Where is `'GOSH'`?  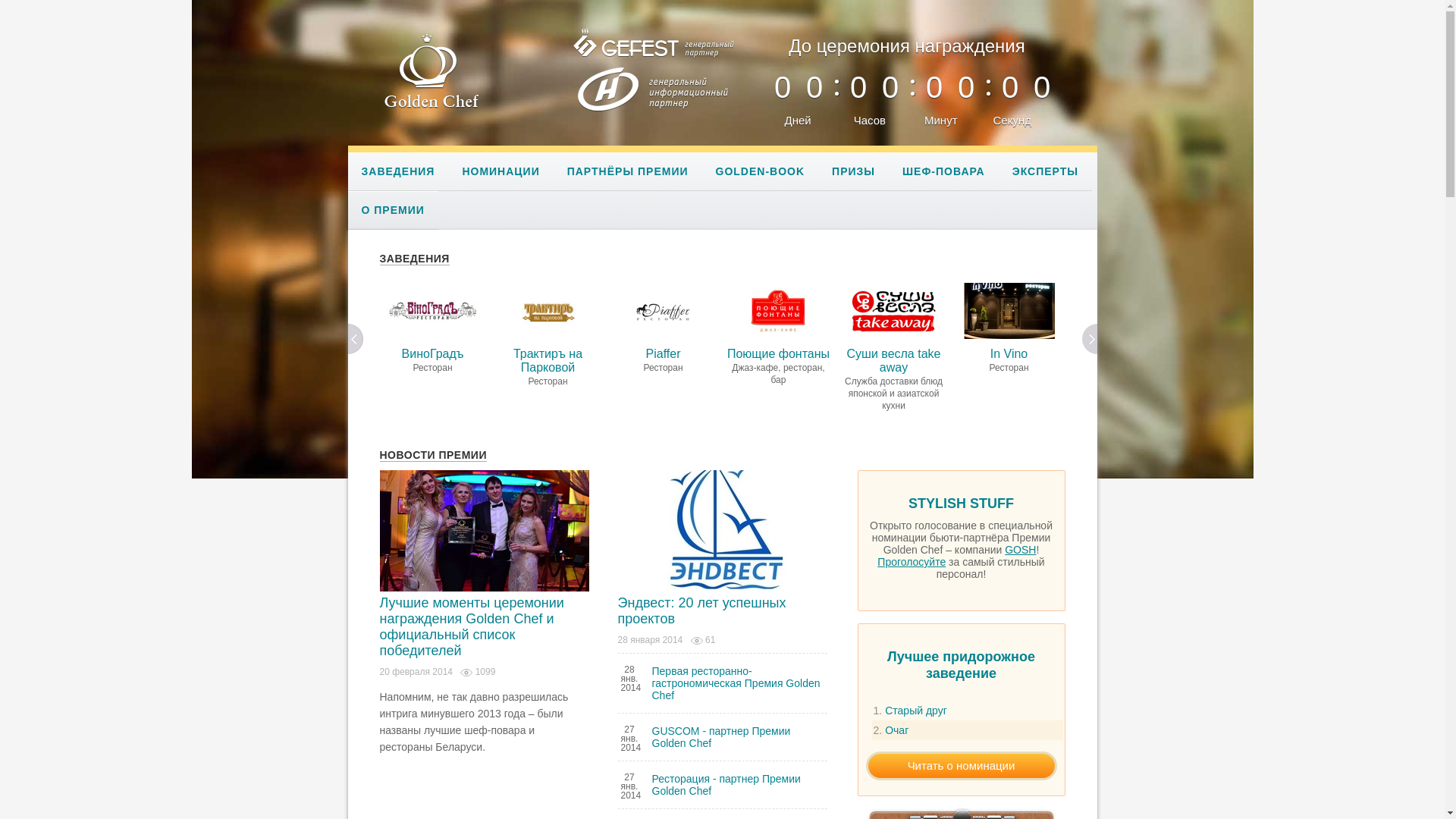 'GOSH' is located at coordinates (1020, 550).